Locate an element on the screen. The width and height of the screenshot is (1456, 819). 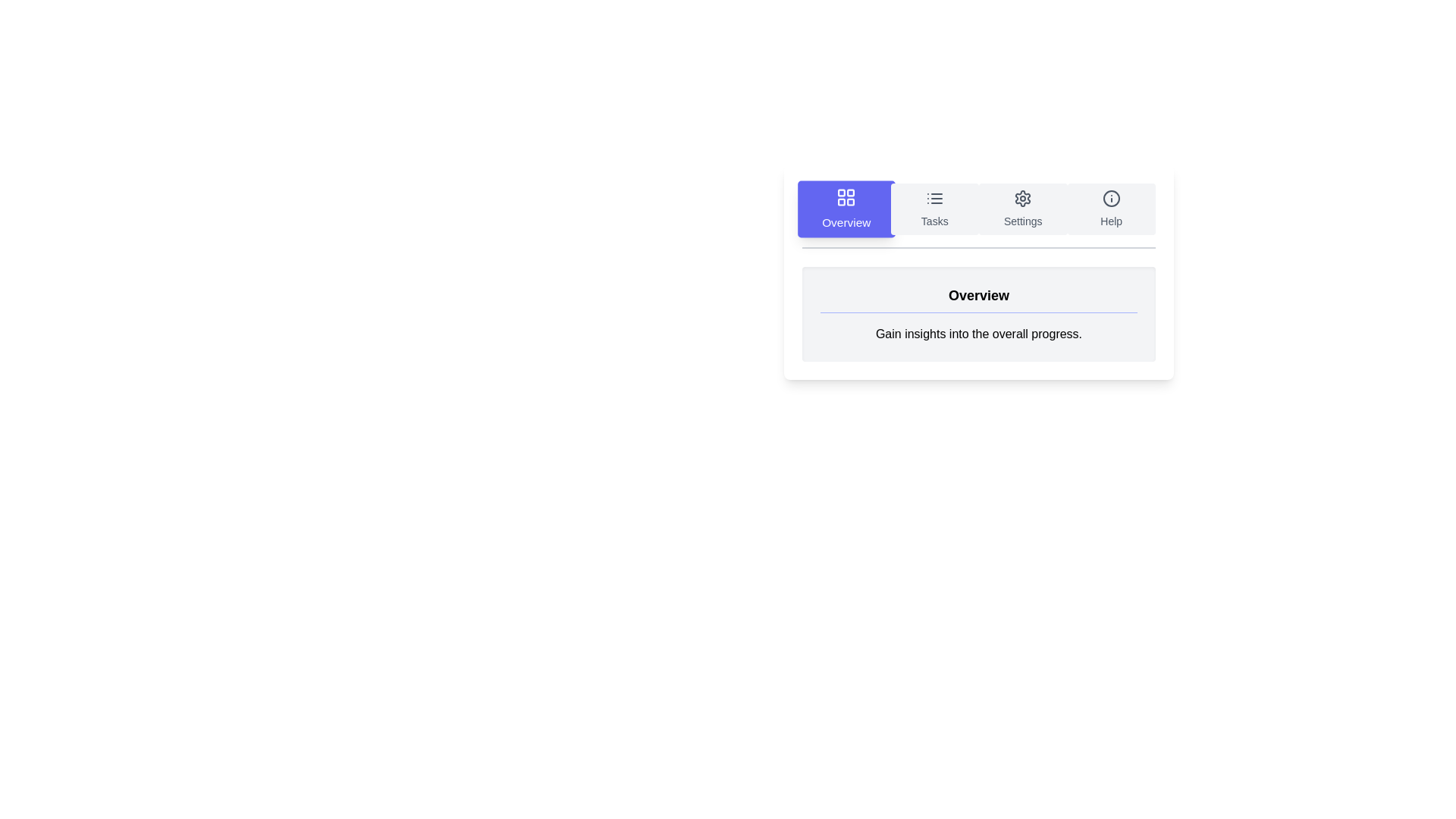
the Settings tab by clicking on its button is located at coordinates (1023, 209).